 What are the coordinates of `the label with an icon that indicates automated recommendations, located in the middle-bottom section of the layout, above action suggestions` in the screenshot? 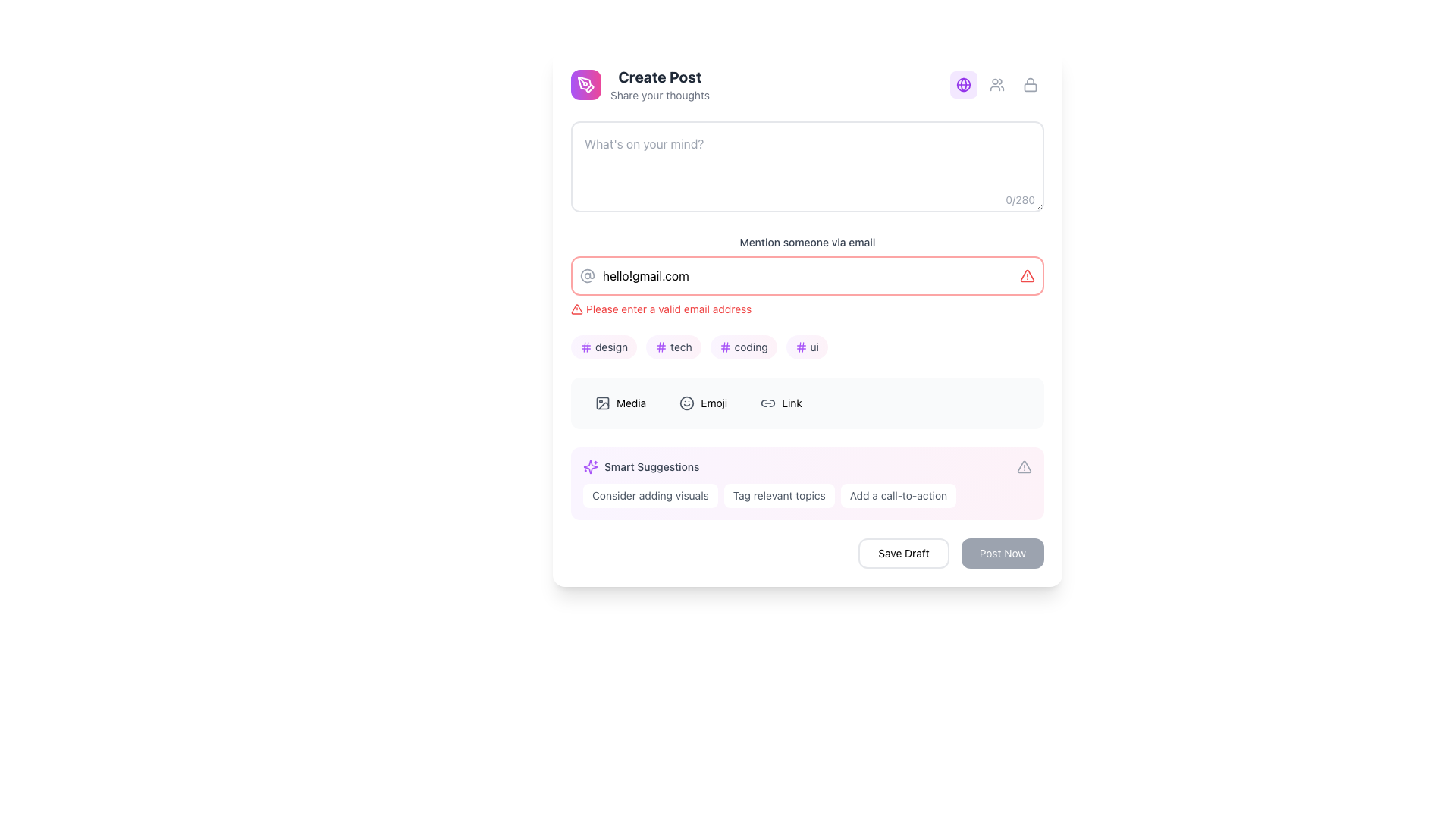 It's located at (641, 466).